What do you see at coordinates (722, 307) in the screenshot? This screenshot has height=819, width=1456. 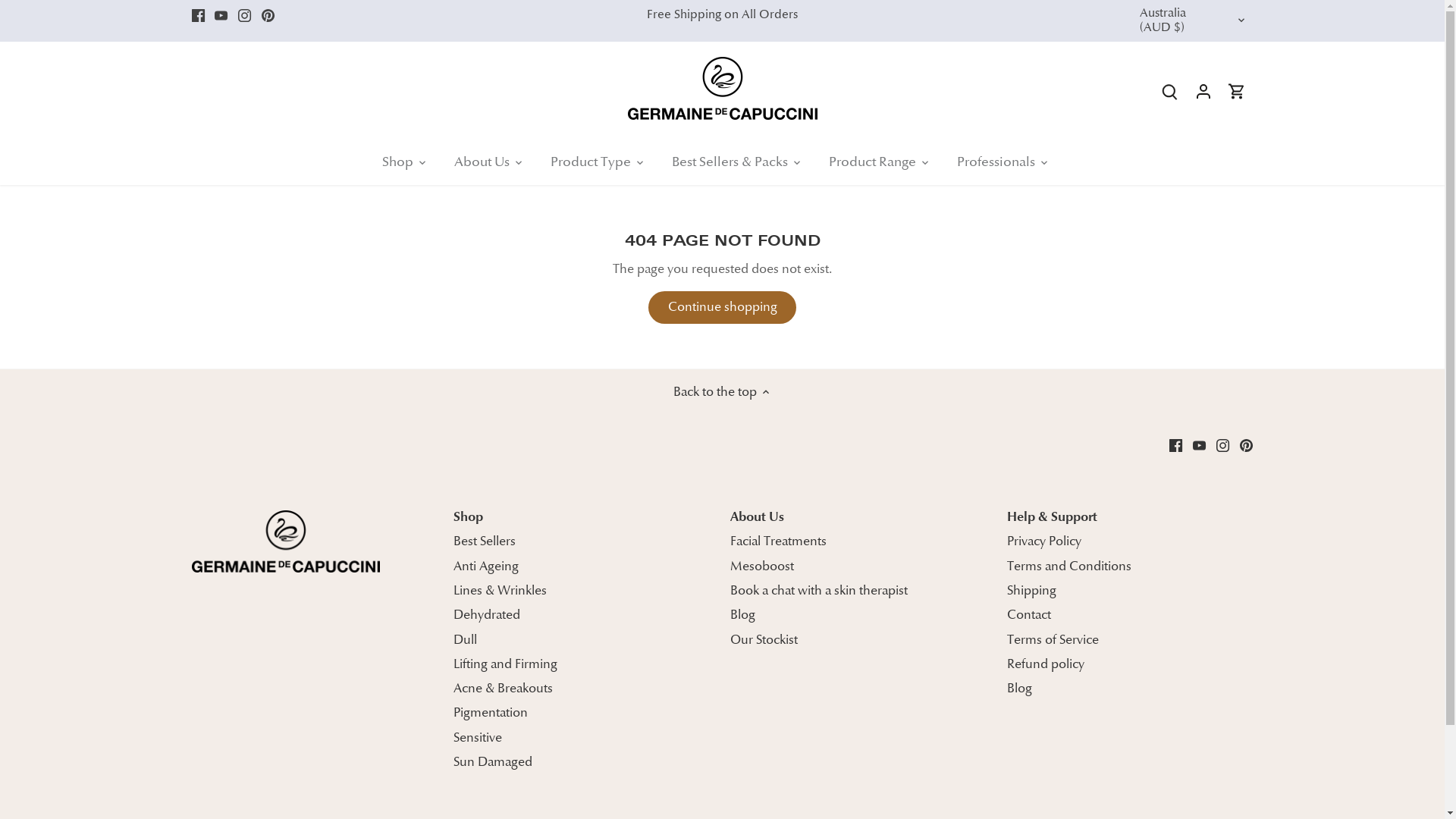 I see `'Continue shopping'` at bounding box center [722, 307].